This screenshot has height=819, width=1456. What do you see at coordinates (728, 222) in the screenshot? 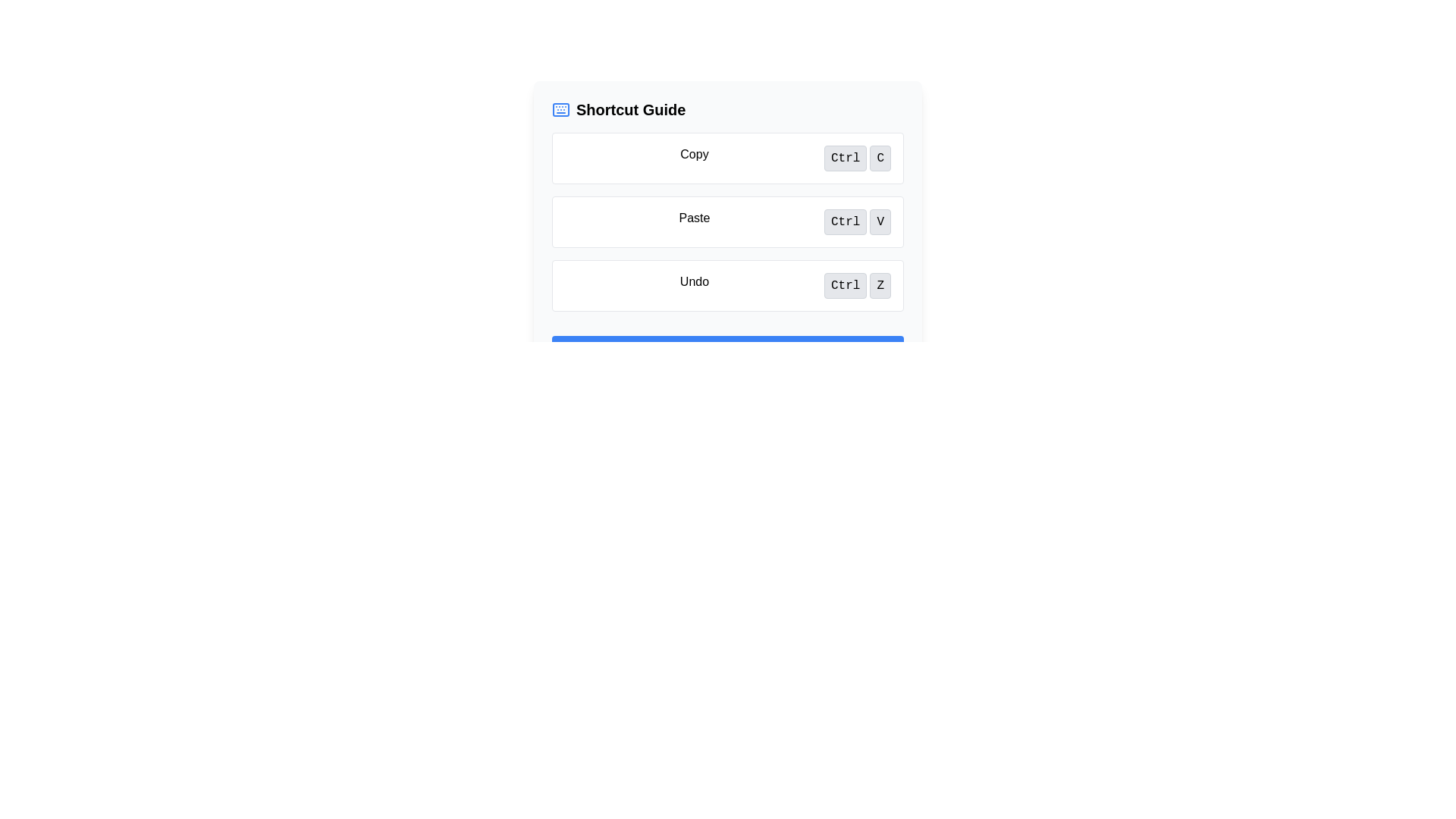
I see `description of the 'Paste' functionality and its associated shortcut 'Ctrl V' from the second informational block in the vertical list of shortcut guides` at bounding box center [728, 222].